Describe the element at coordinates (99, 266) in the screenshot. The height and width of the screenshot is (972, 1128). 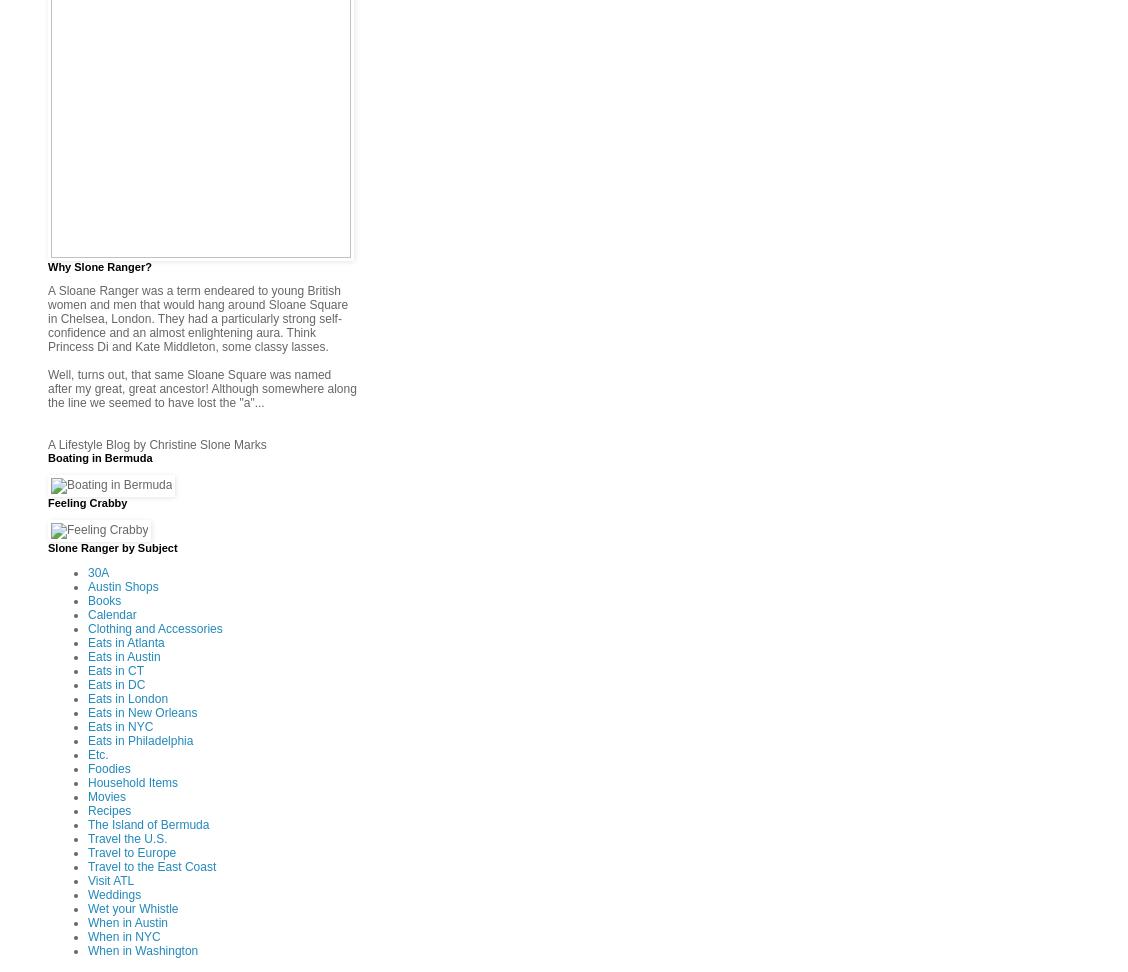
I see `'Why Slone Ranger?'` at that location.